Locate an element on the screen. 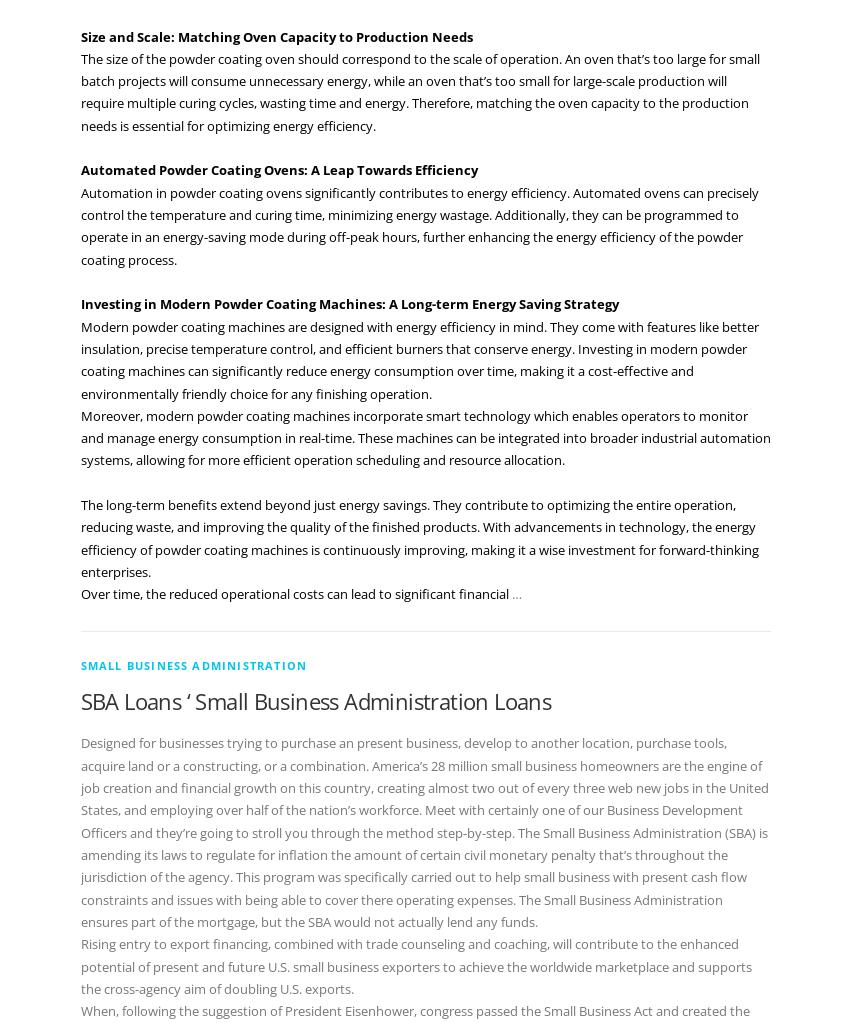  'Designed for businesses trying to purchase an present business, develop to another location, purchase tools, acquire land or a constructing, or a combination. America’s 28 million small business homeowners are the engine of job creation and financial growth on this country, creating almost two out of every three web new jobs in the United States, and employing over half of the nation’s workforce. Meet with certainly one of our Business Development Officers and they’re going to stroll you through the method step-by-step. The Small Business Administration (SBA) is amending its laws to regulate for inflation the amount of certain civil monetary penalty that’s throughout the jurisdiction of the agency. This program was specifically carried out to help small business with present cash flow constraints and issues with being able to cover there operating expenses. The Small Business Administration ensures part of the mortgage, but the SBA would not actually lend any funds.' is located at coordinates (422, 831).